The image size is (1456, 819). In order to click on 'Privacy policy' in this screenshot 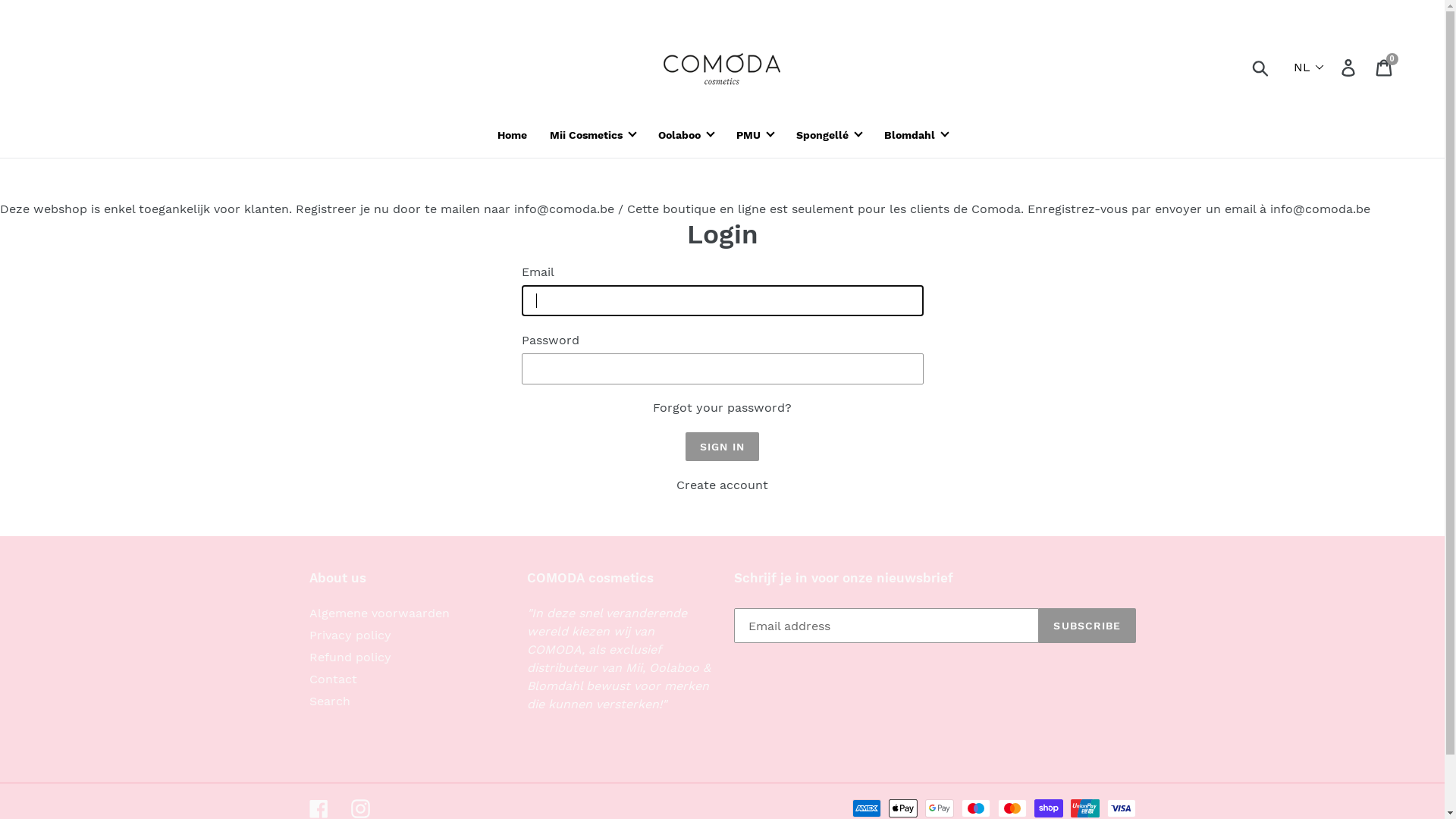, I will do `click(349, 635)`.